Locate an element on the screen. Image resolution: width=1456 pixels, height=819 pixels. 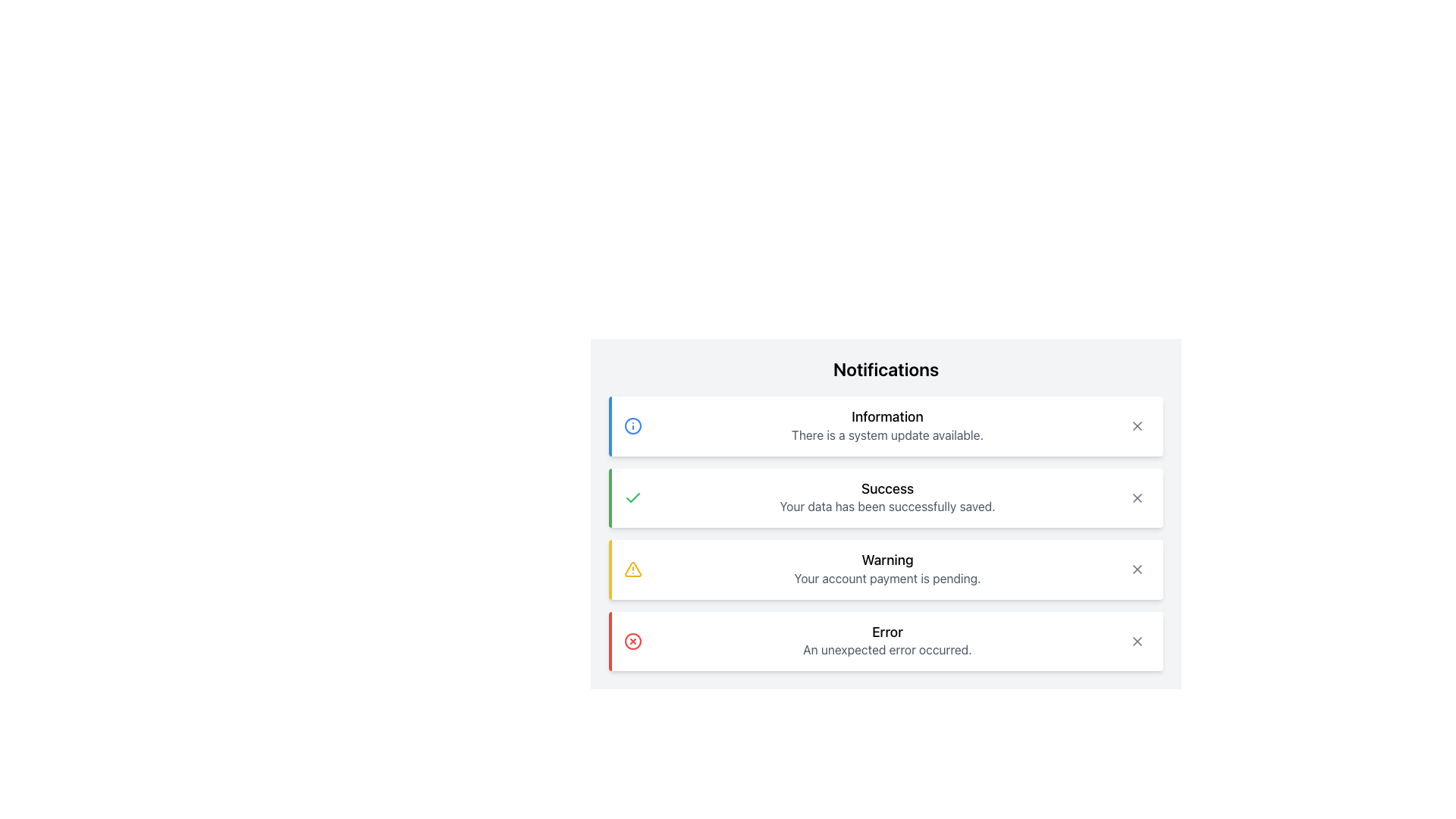
the text label that displays 'Your data has been successfully saved.' which is styled in subdued gray and located below the 'Success' heading in the success notification panel is located at coordinates (887, 506).